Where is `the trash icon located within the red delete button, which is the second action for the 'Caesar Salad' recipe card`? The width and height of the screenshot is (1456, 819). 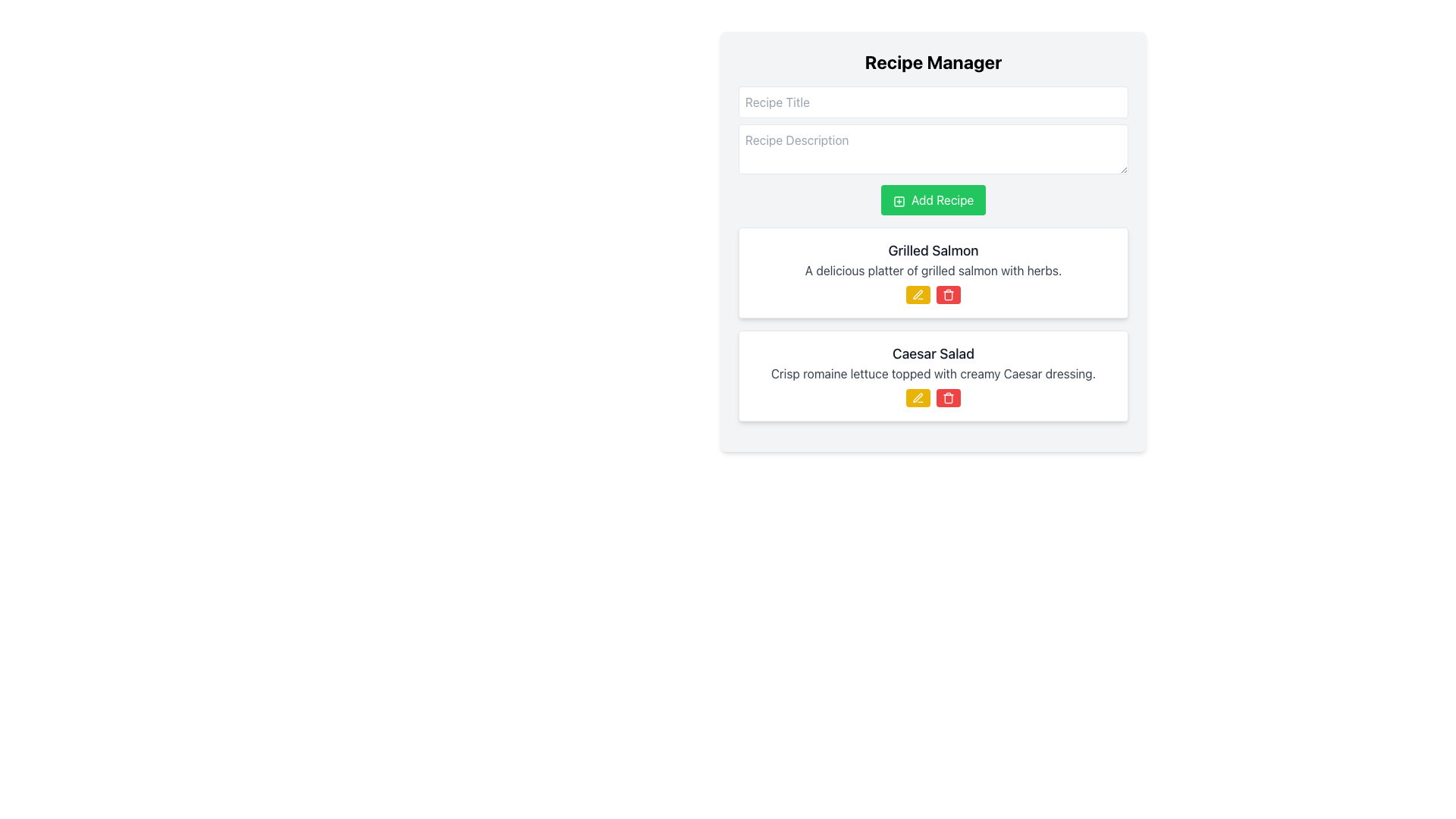
the trash icon located within the red delete button, which is the second action for the 'Caesar Salad' recipe card is located at coordinates (948, 397).